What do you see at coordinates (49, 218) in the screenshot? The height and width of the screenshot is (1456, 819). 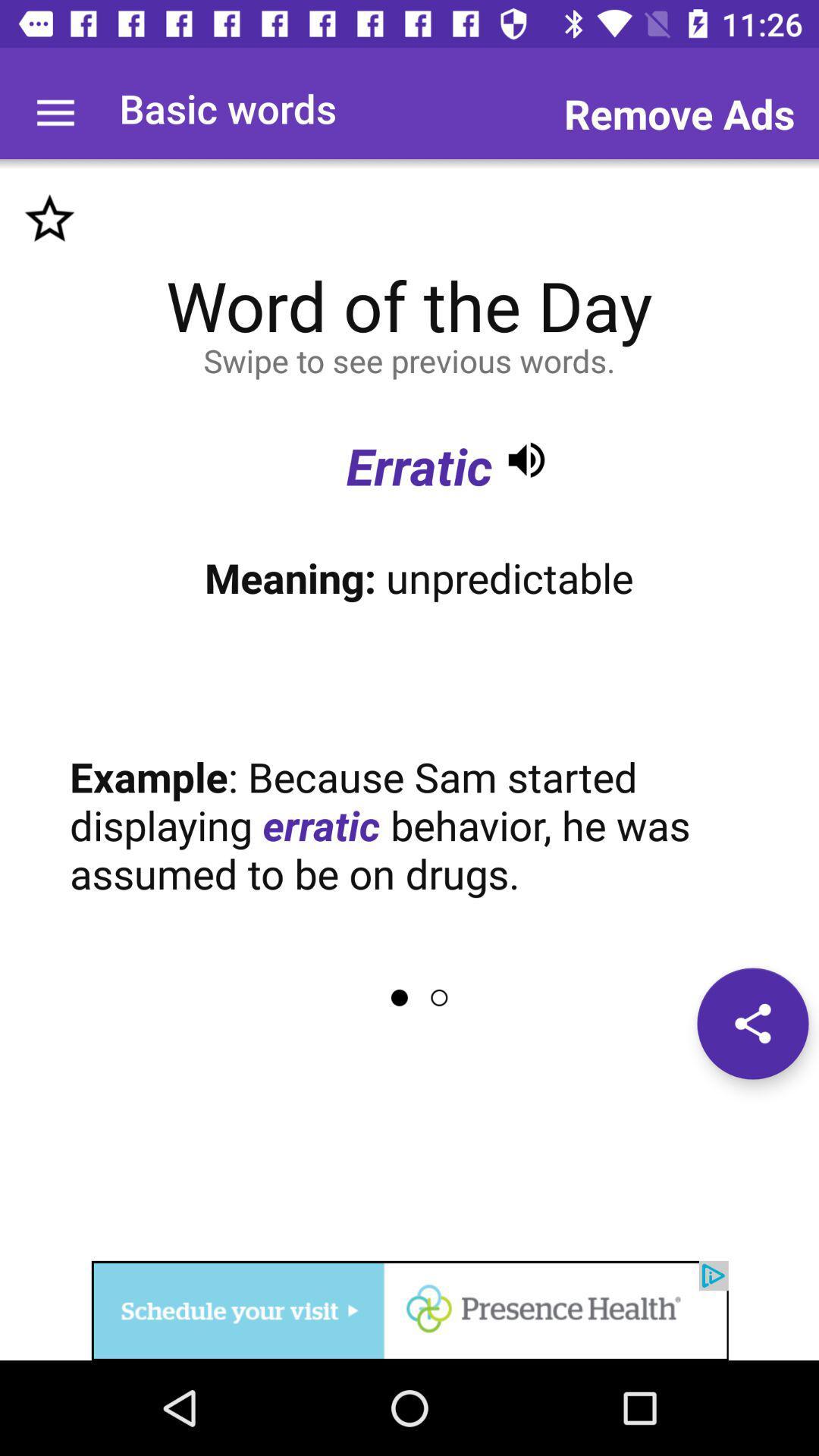 I see `thumbnail` at bounding box center [49, 218].